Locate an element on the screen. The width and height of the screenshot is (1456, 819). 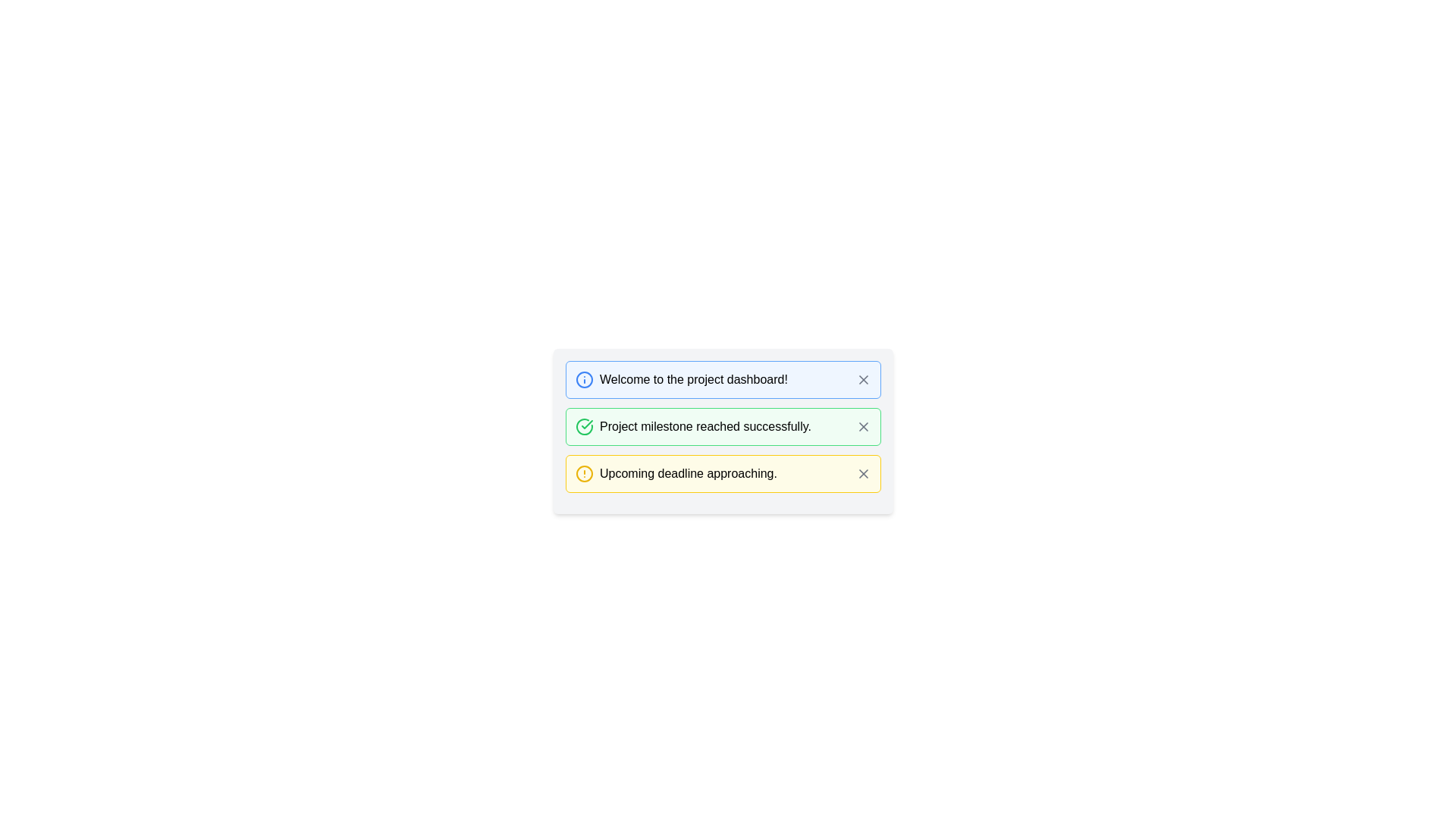
the welcoming message Text caption with an accompanying icon located at the upper-left area of the project dashboard is located at coordinates (680, 379).